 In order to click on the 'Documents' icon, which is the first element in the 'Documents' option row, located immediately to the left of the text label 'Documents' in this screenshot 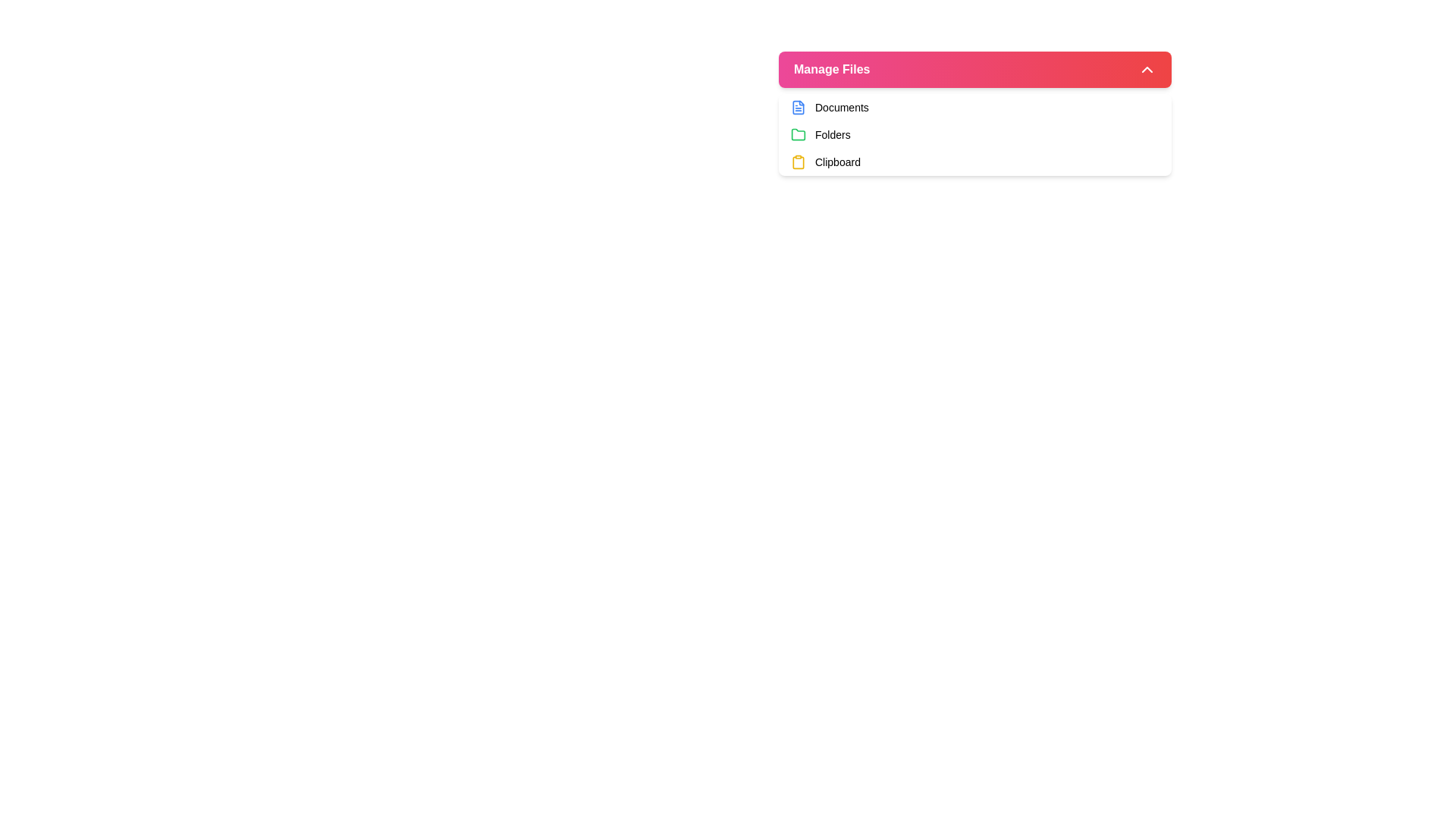, I will do `click(797, 107)`.